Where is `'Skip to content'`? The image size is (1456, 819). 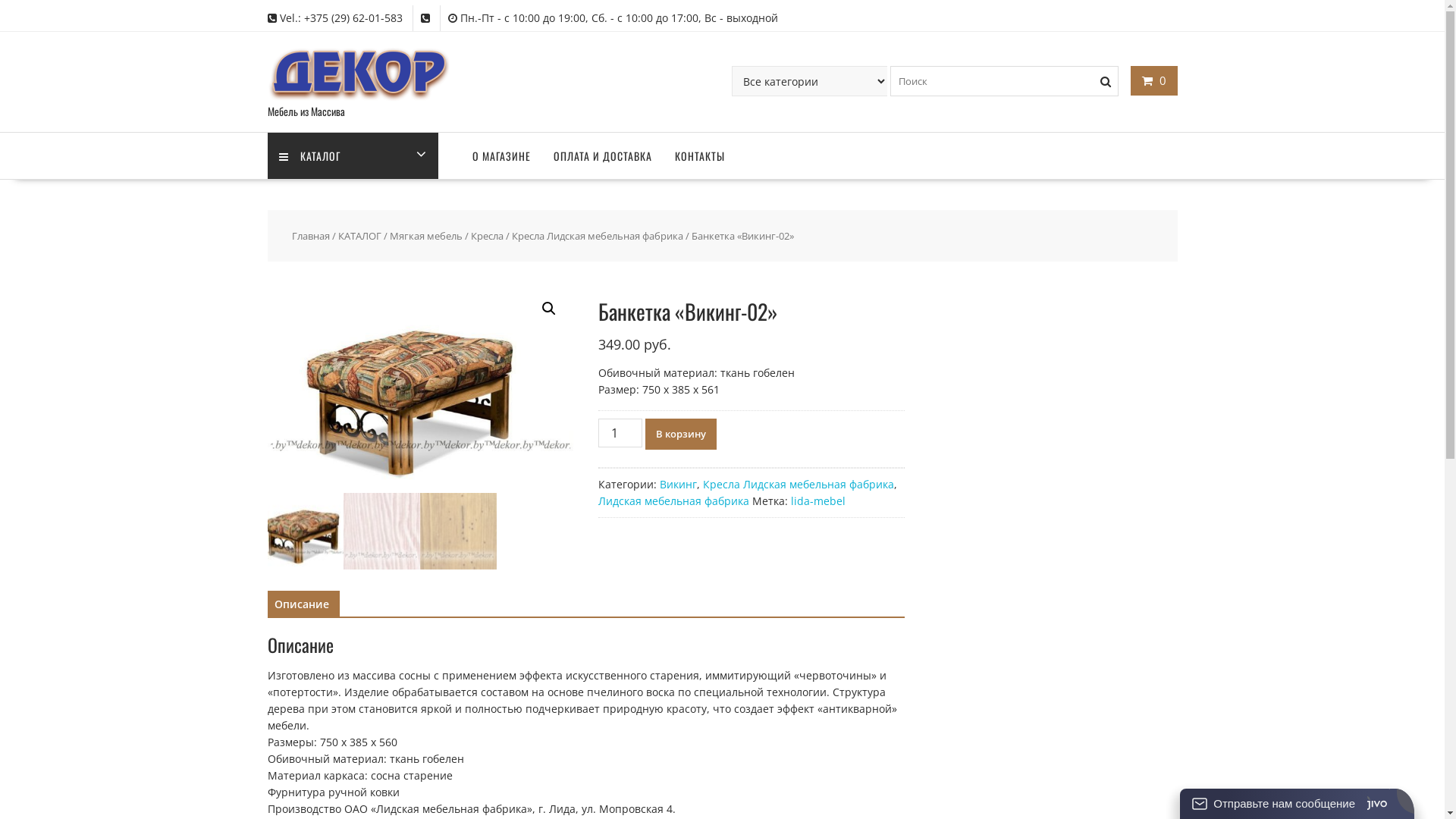 'Skip to content' is located at coordinates (0, 0).